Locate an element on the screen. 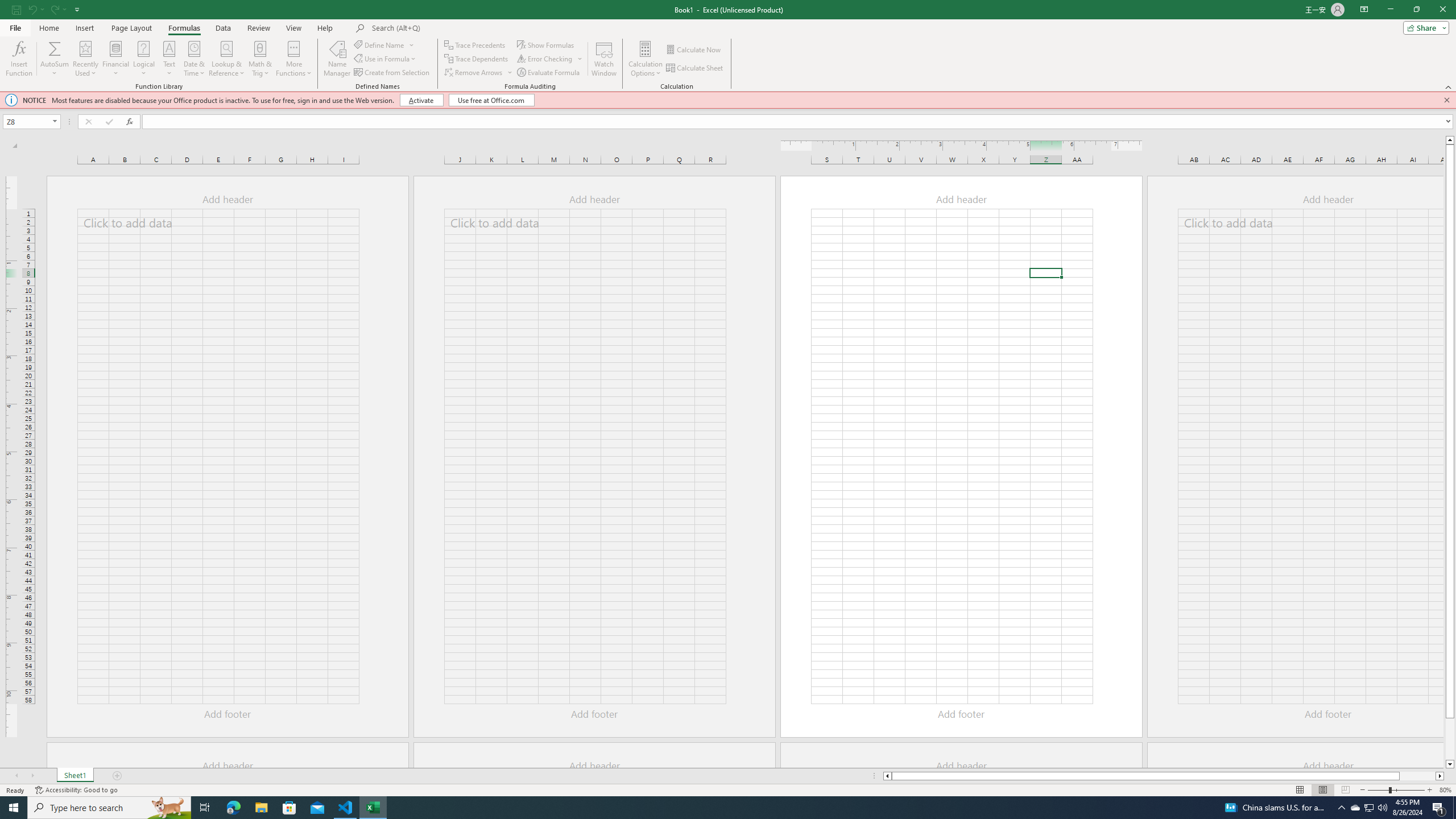 This screenshot has width=1456, height=819. 'Remove Arrows' is located at coordinates (478, 72).